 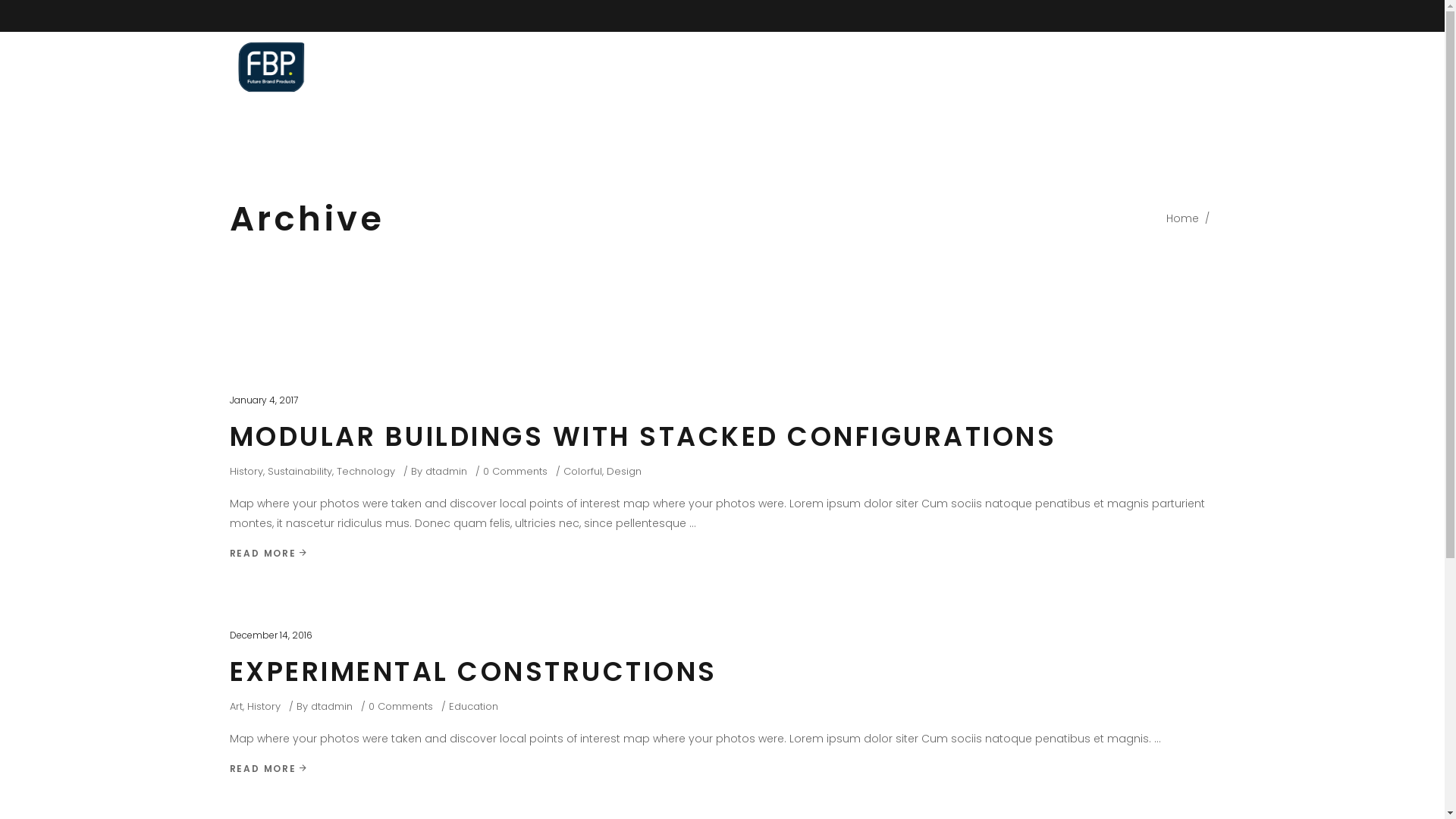 I want to click on 'Education', so click(x=472, y=706).